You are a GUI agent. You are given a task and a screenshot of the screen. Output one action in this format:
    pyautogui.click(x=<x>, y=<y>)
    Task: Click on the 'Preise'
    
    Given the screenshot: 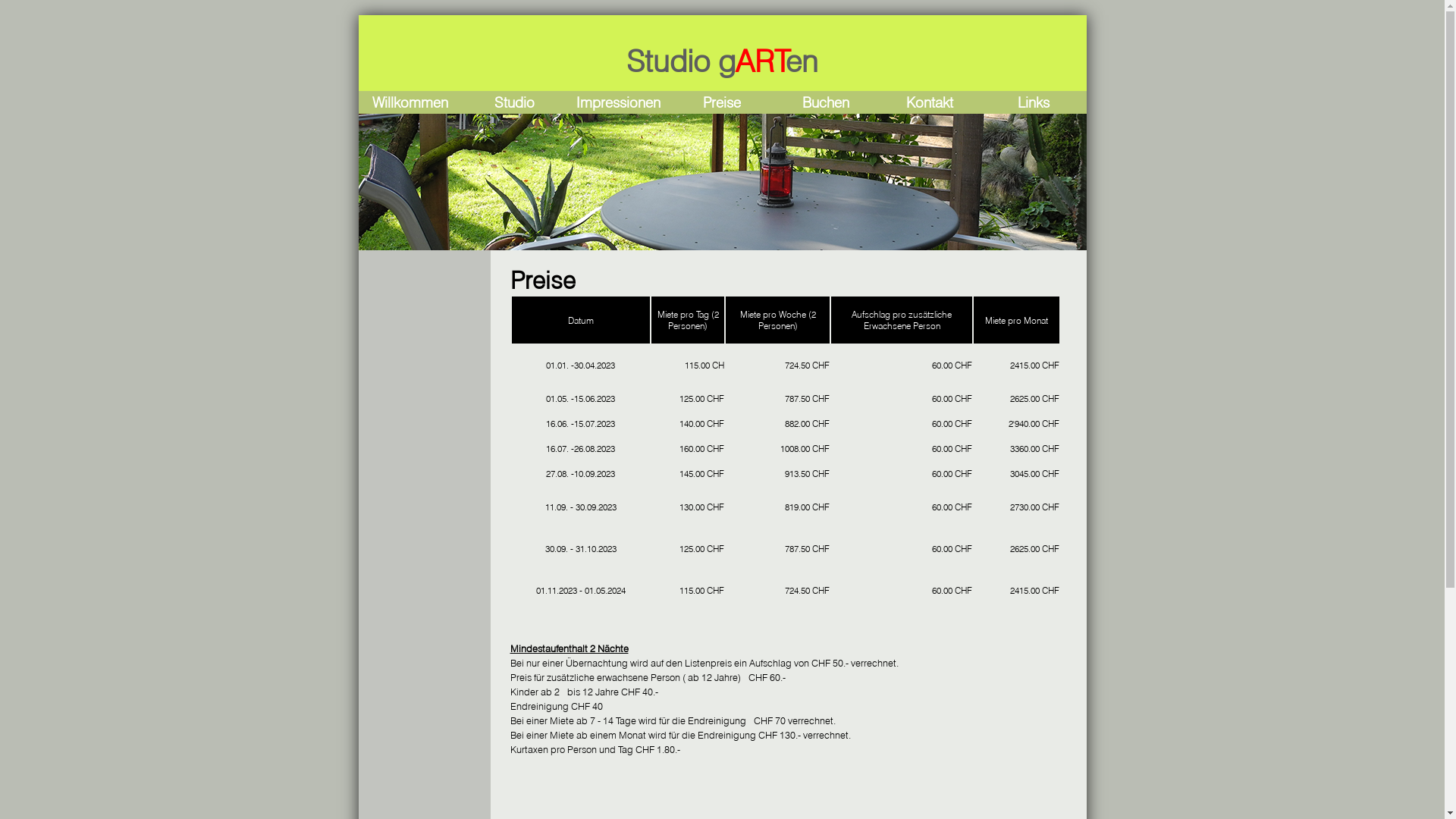 What is the action you would take?
    pyautogui.click(x=720, y=102)
    